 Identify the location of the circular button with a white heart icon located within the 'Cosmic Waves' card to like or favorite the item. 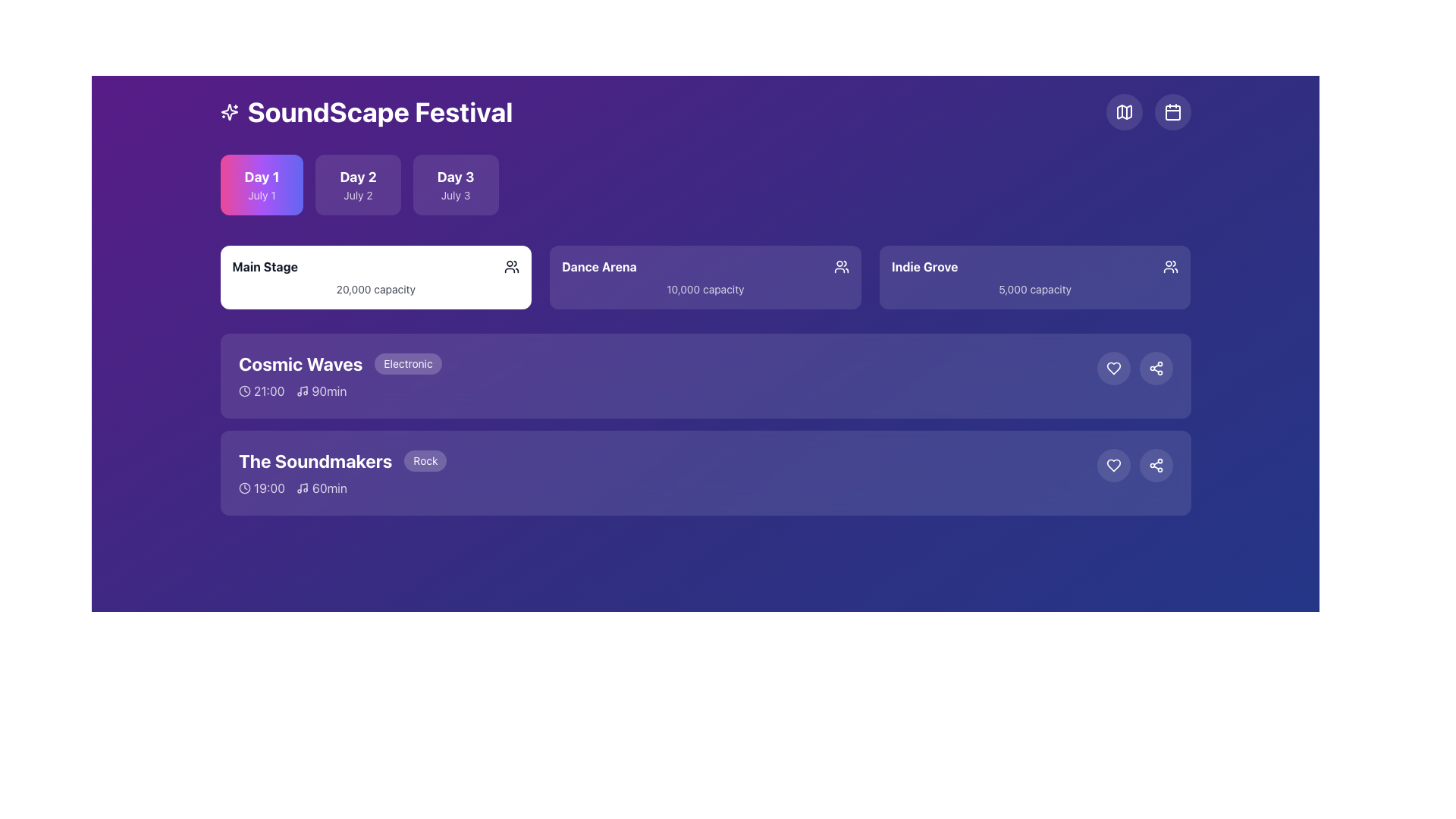
(1113, 369).